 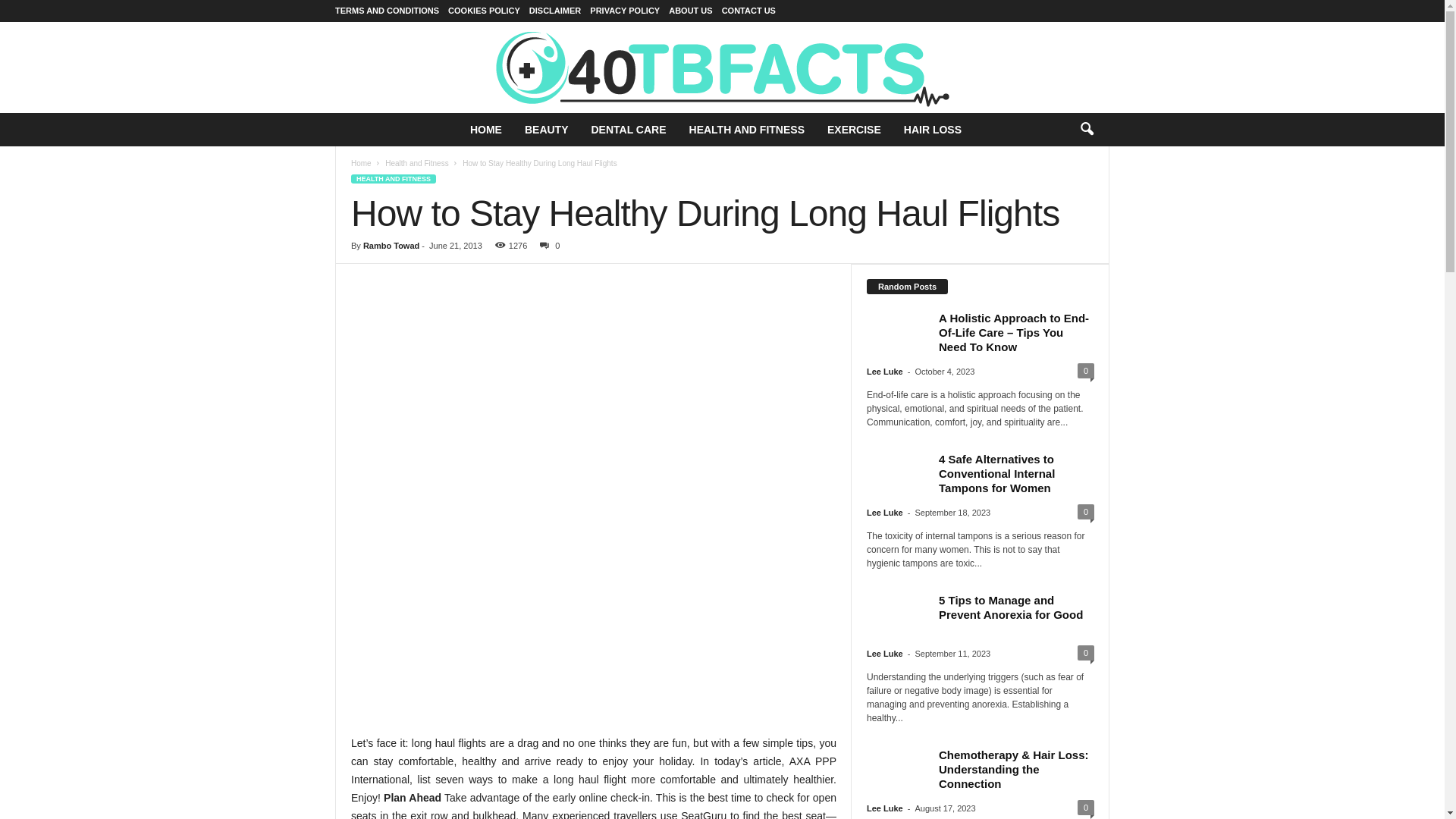 What do you see at coordinates (931, 128) in the screenshot?
I see `'HAIR LOSS'` at bounding box center [931, 128].